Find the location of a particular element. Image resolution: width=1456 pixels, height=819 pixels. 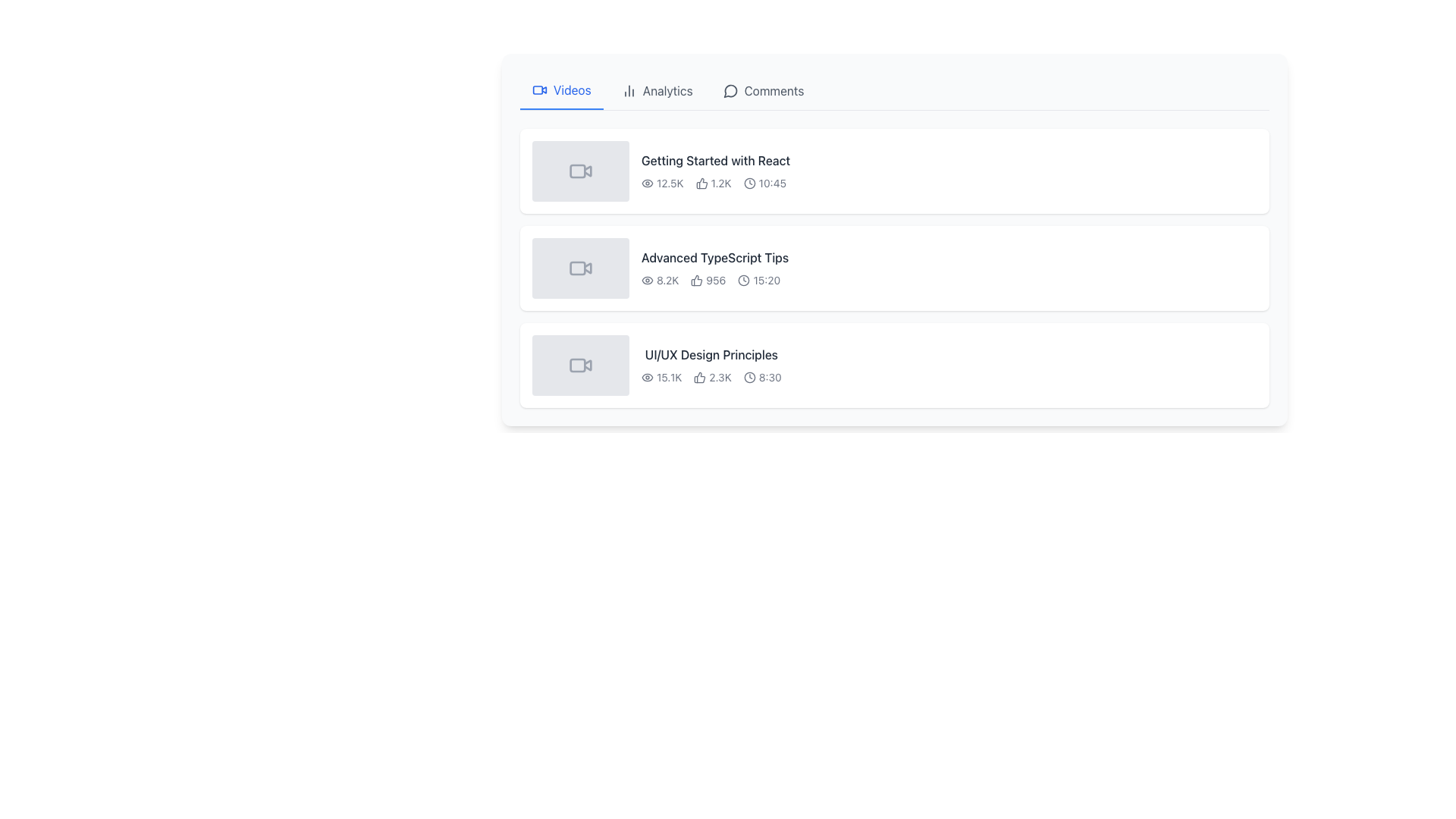

the eye-shaped icon located to the left of the '12.5K' text in the first video entry titled 'Getting Started with React' is located at coordinates (648, 183).